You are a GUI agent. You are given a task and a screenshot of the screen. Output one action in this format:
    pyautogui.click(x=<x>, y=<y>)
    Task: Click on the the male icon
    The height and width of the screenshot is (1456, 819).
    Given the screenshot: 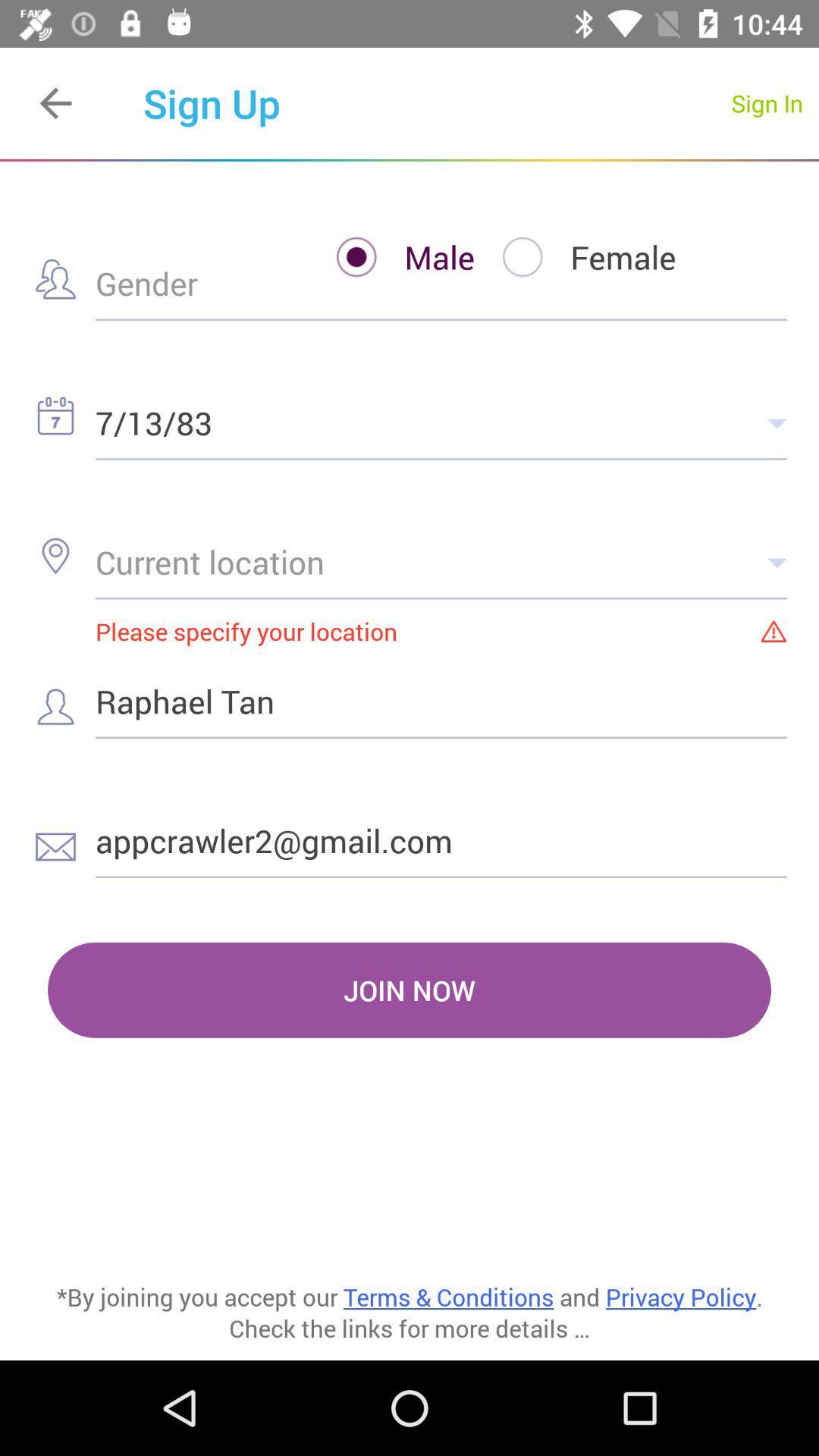 What is the action you would take?
    pyautogui.click(x=391, y=257)
    